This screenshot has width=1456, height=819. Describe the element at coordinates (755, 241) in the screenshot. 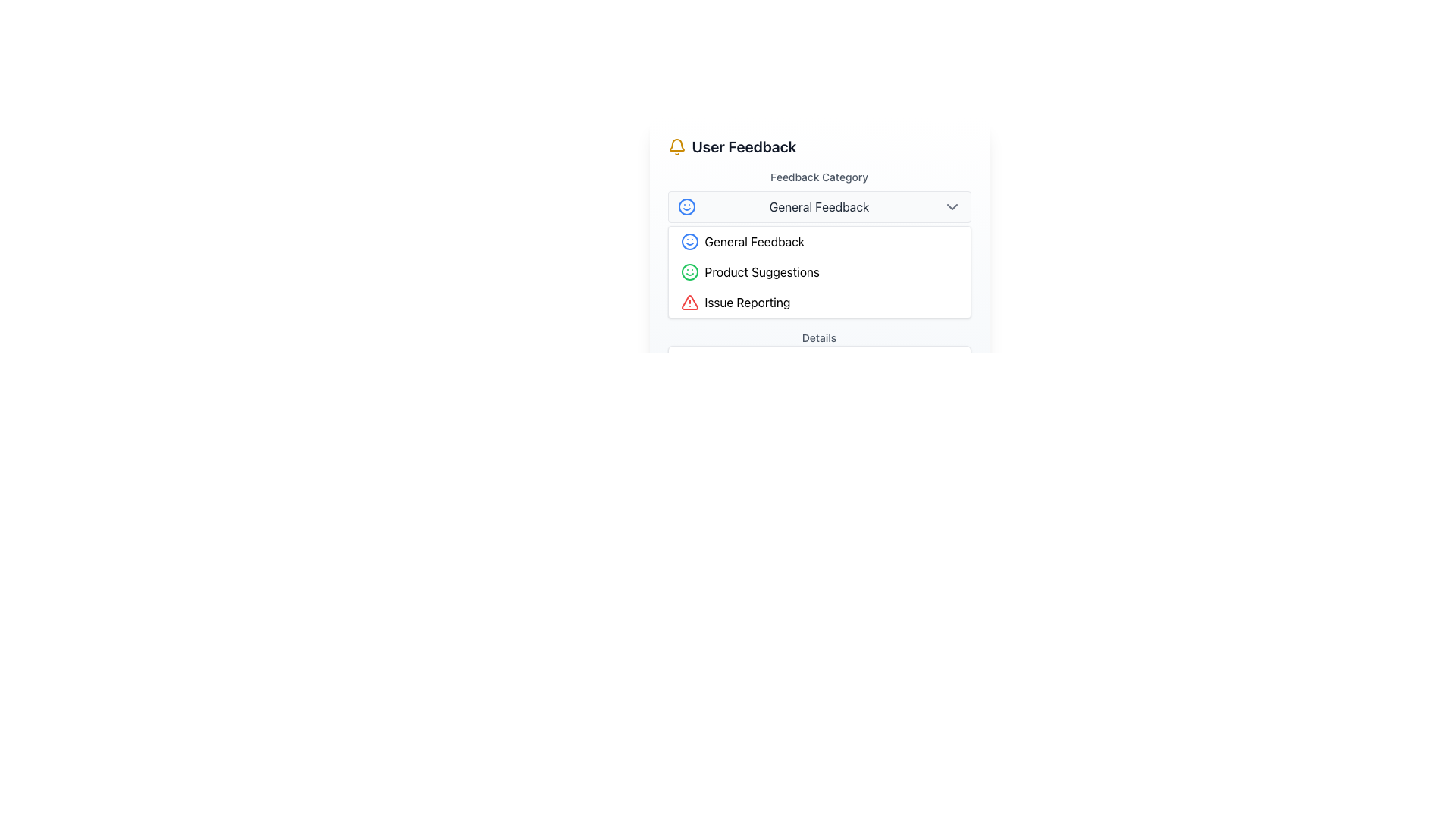

I see `the 'General Feedback' label in the dropdown menu under the 'Feedback Category' section of the 'User Feedback' dialog` at that location.